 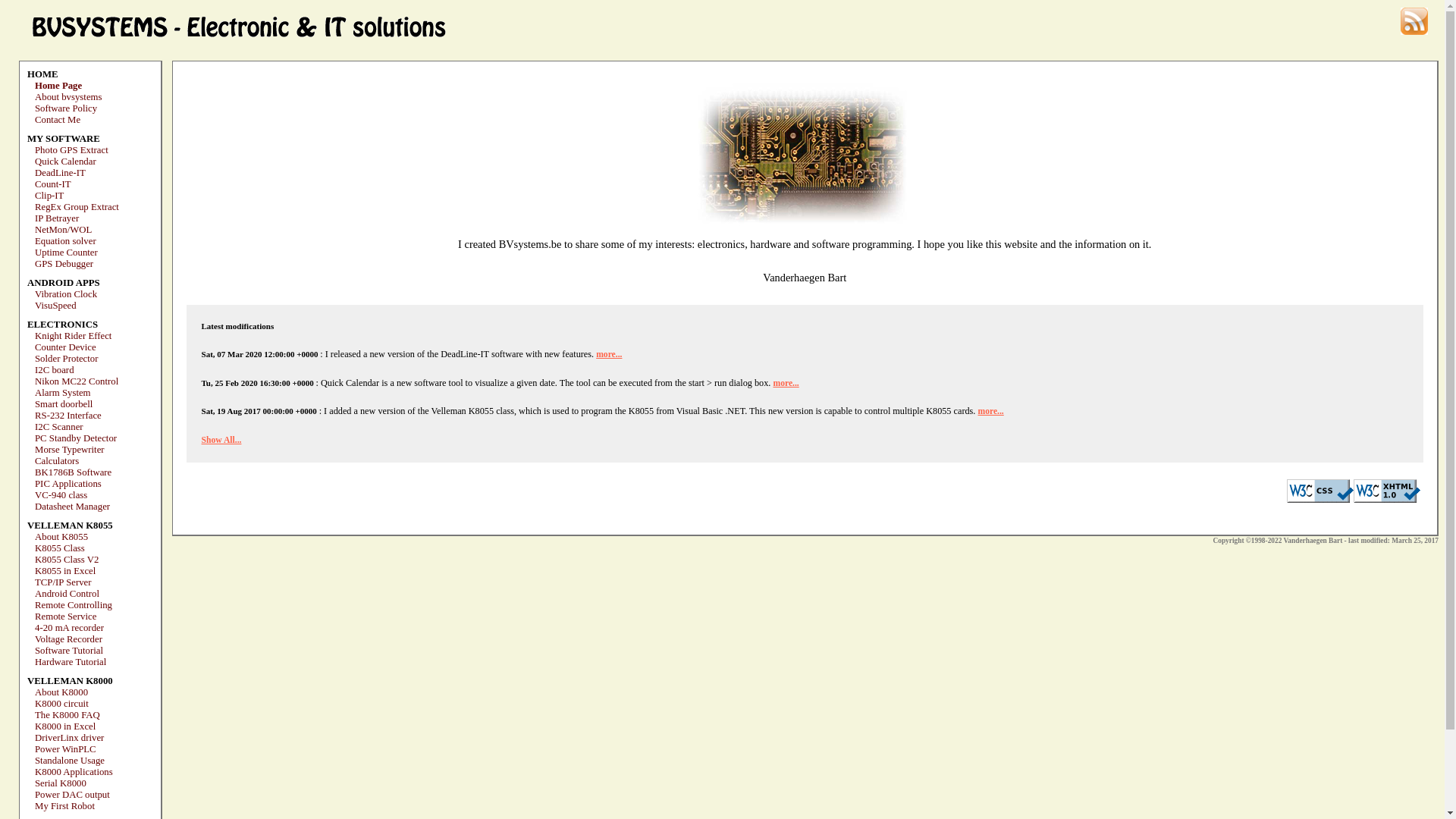 What do you see at coordinates (35, 195) in the screenshot?
I see `'Clip-IT'` at bounding box center [35, 195].